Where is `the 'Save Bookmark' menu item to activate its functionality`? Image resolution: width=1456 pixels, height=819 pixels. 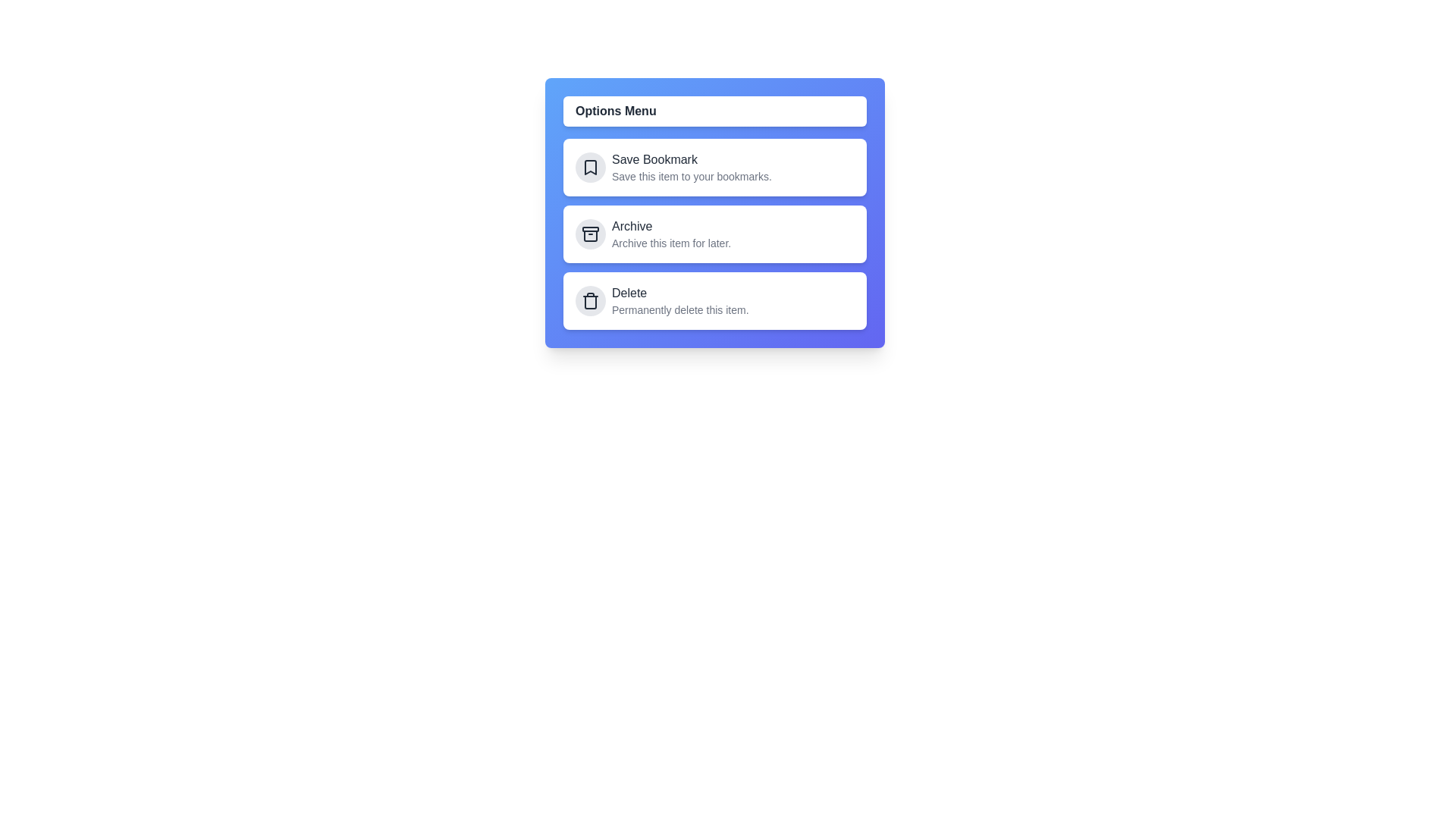 the 'Save Bookmark' menu item to activate its functionality is located at coordinates (714, 167).